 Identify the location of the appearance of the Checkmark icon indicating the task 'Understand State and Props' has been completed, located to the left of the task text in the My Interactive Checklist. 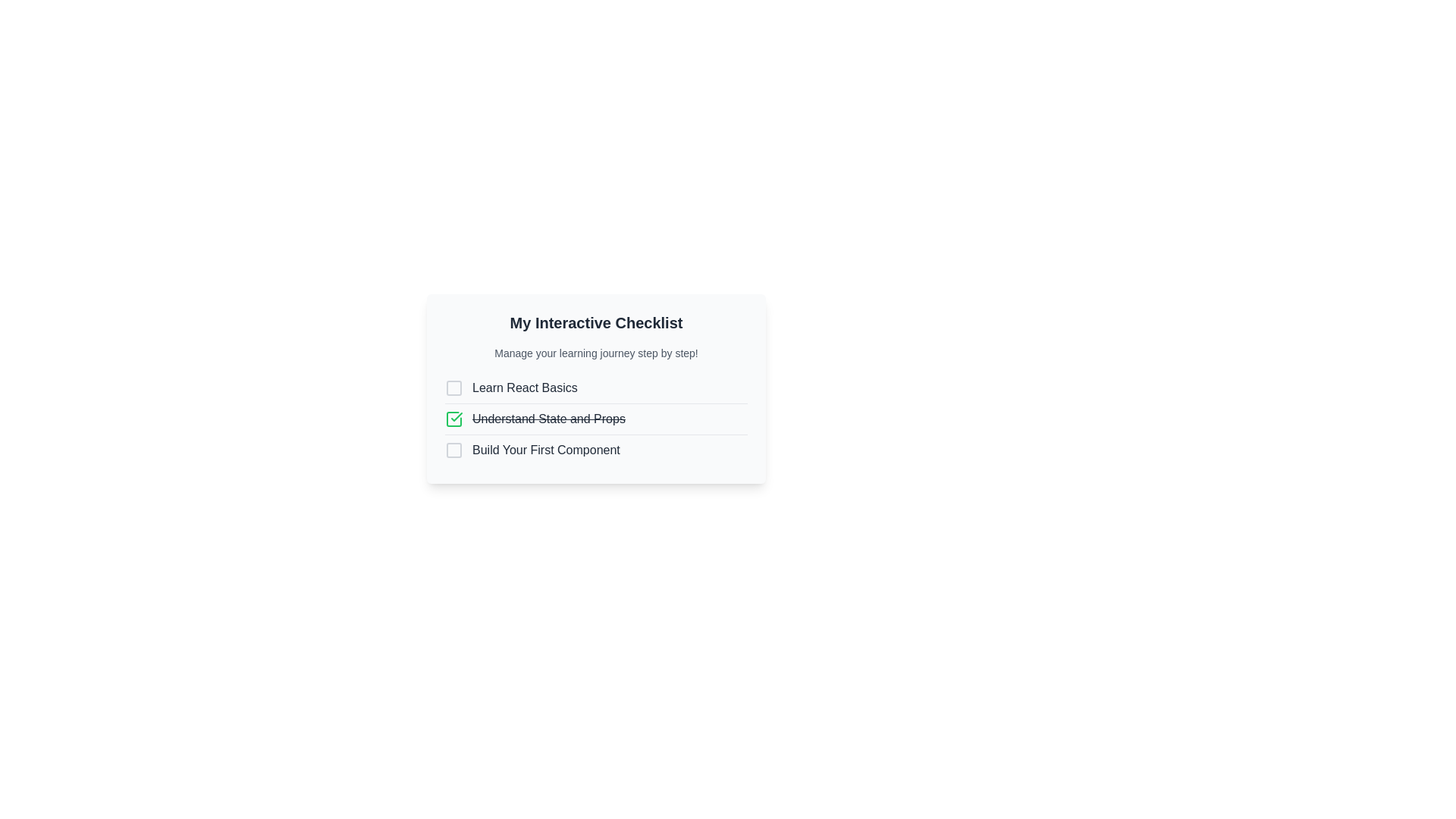
(453, 419).